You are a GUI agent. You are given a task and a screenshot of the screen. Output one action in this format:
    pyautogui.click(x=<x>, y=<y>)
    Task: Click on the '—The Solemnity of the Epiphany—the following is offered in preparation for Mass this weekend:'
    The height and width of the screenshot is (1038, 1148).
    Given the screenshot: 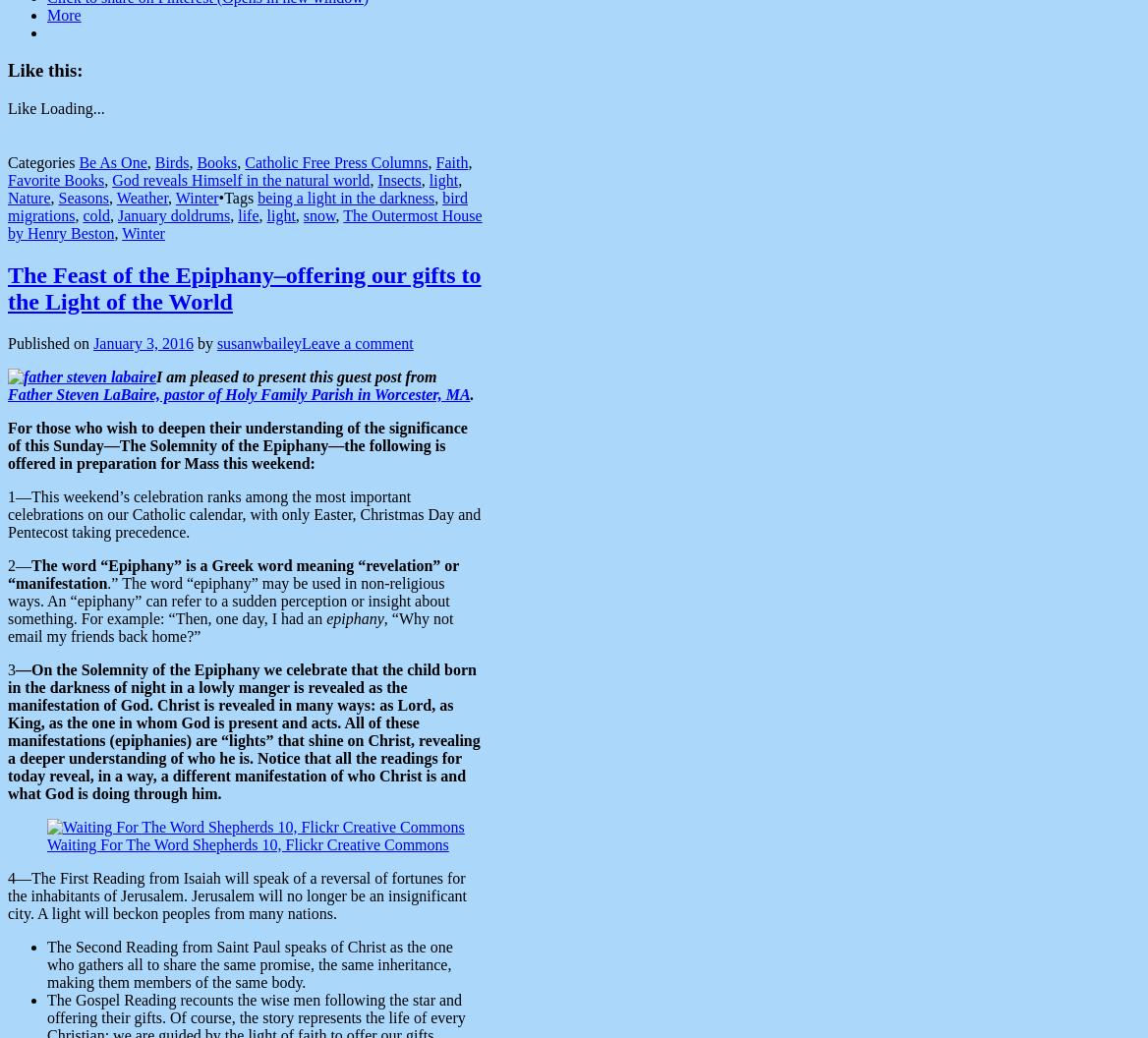 What is the action you would take?
    pyautogui.click(x=7, y=453)
    